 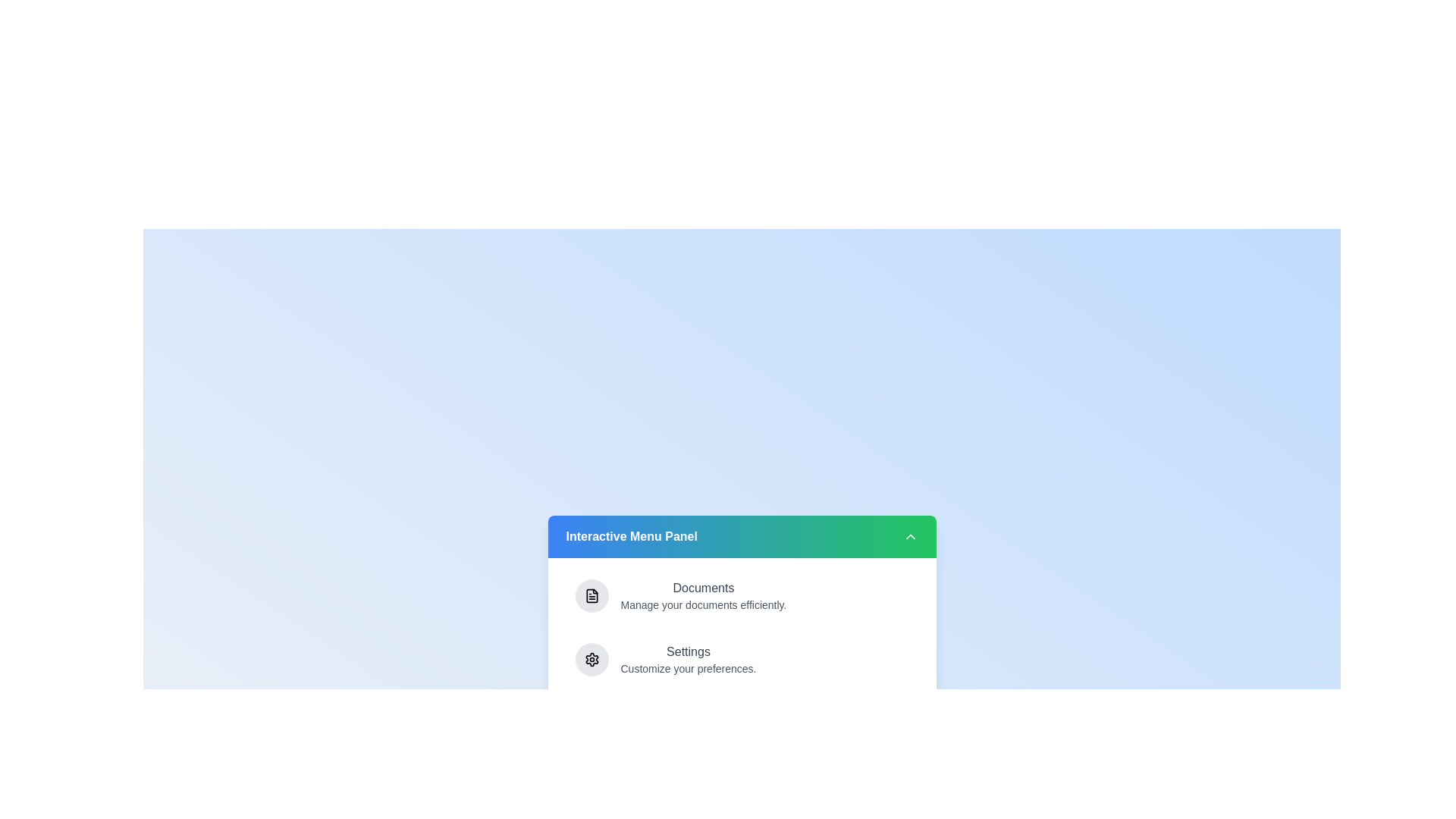 I want to click on the menu item More Options to highlight it, so click(x=742, y=722).